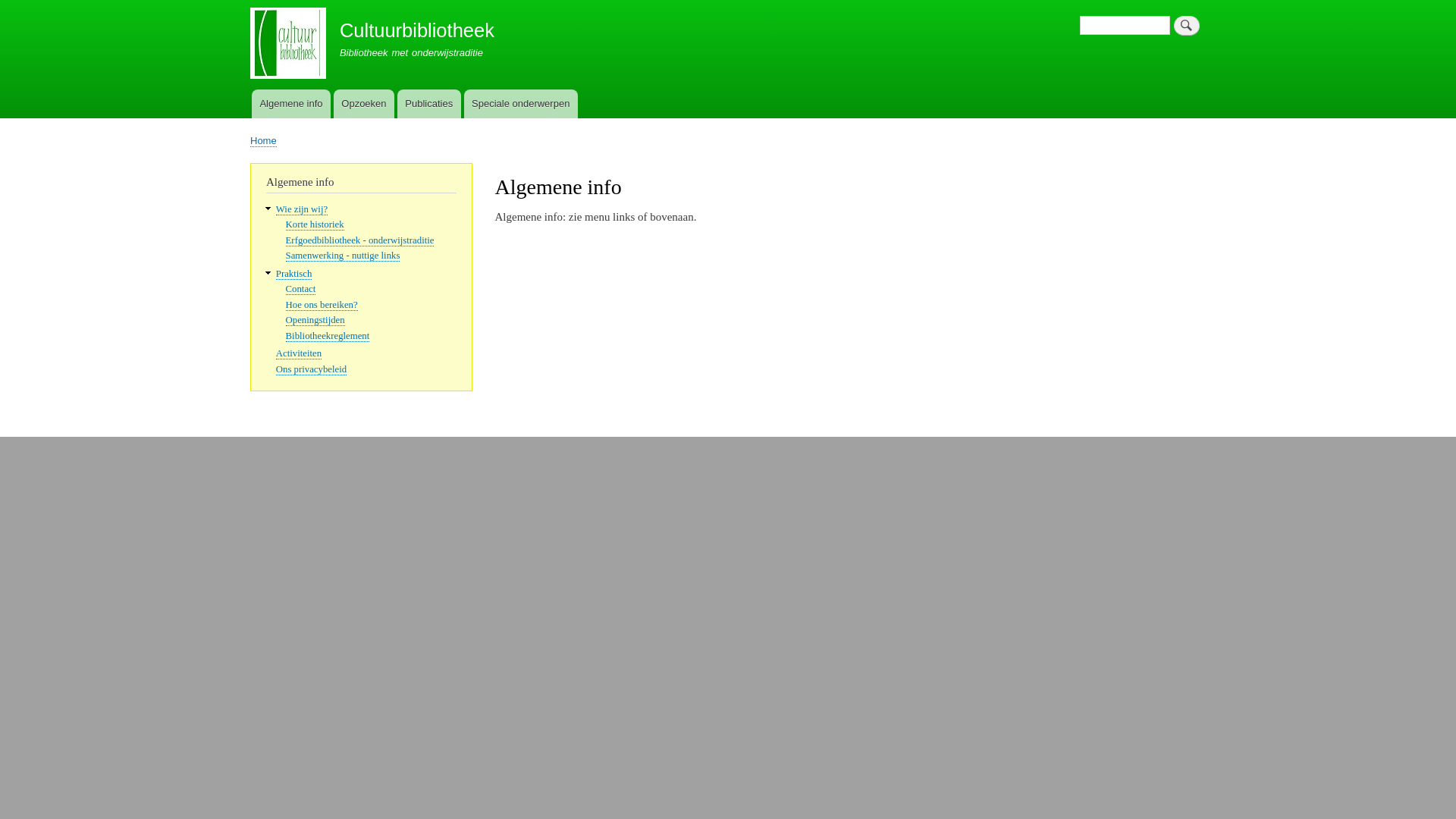 The image size is (1456, 819). Describe the element at coordinates (1173, 26) in the screenshot. I see `'Zoeken'` at that location.